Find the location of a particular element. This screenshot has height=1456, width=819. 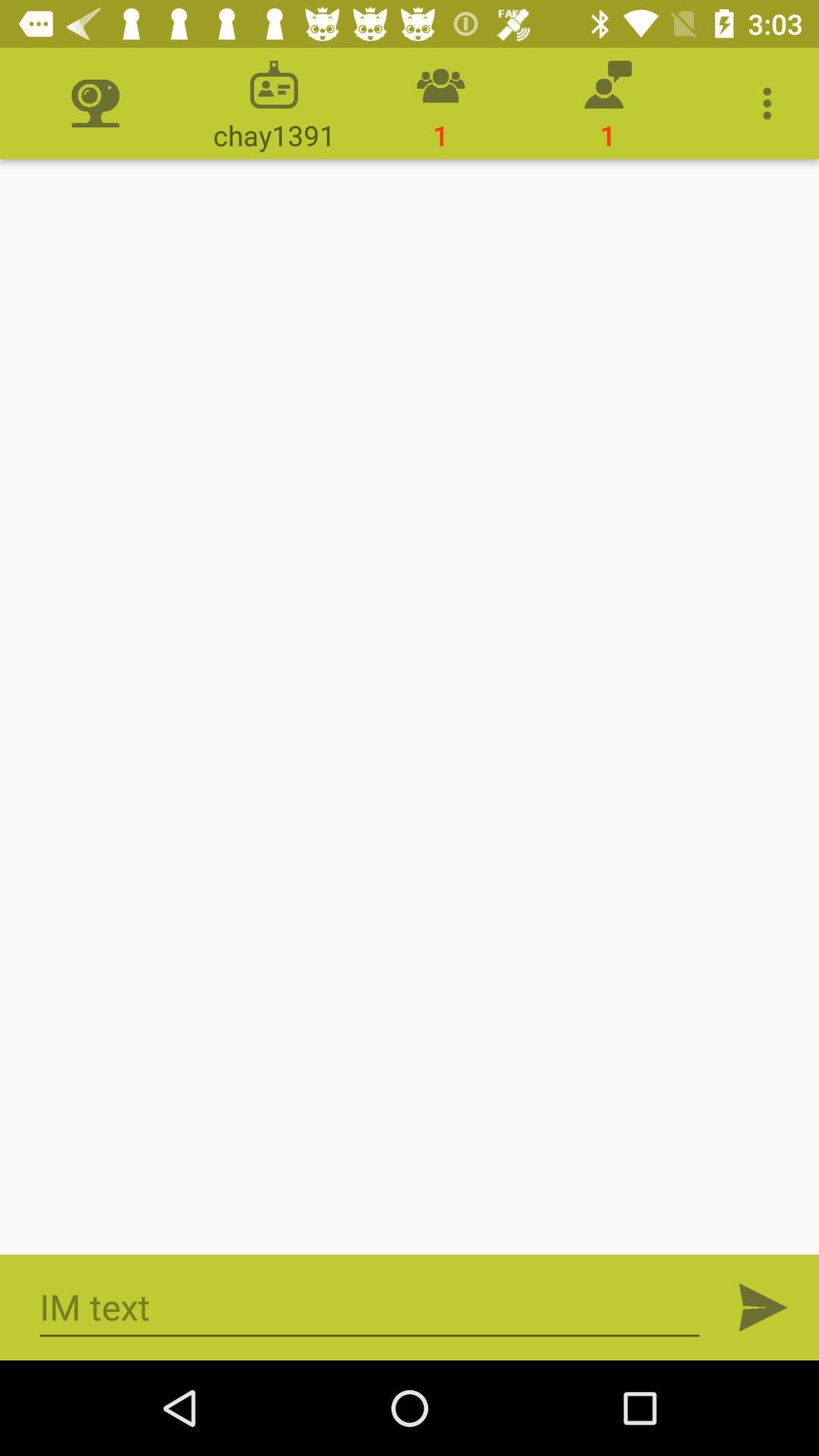

text is located at coordinates (369, 1307).